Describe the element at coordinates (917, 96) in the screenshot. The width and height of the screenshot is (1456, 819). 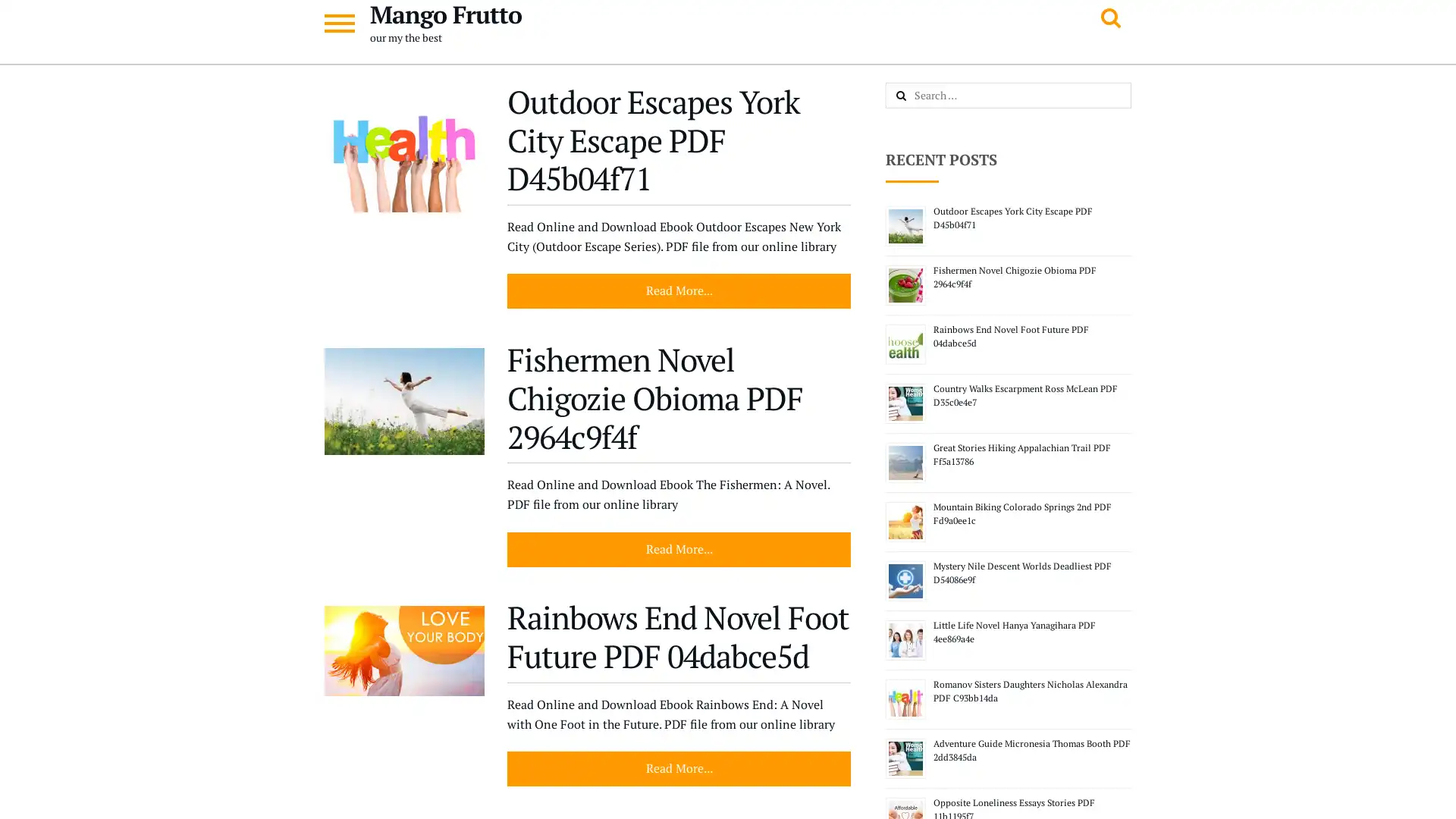
I see `Search` at that location.